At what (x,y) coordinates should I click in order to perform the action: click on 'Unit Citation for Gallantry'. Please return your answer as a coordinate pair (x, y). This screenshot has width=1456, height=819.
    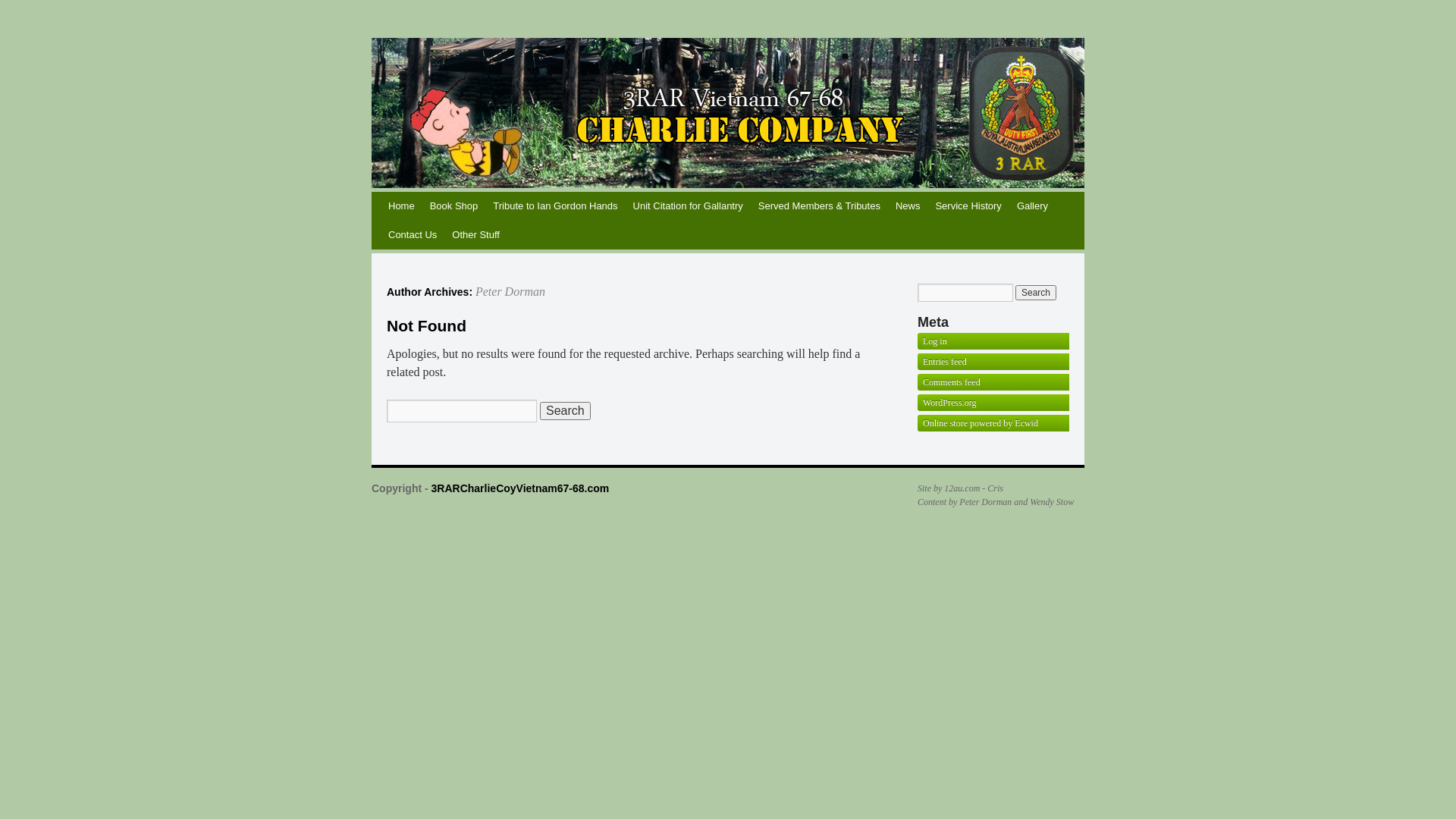
    Looking at the image, I should click on (687, 206).